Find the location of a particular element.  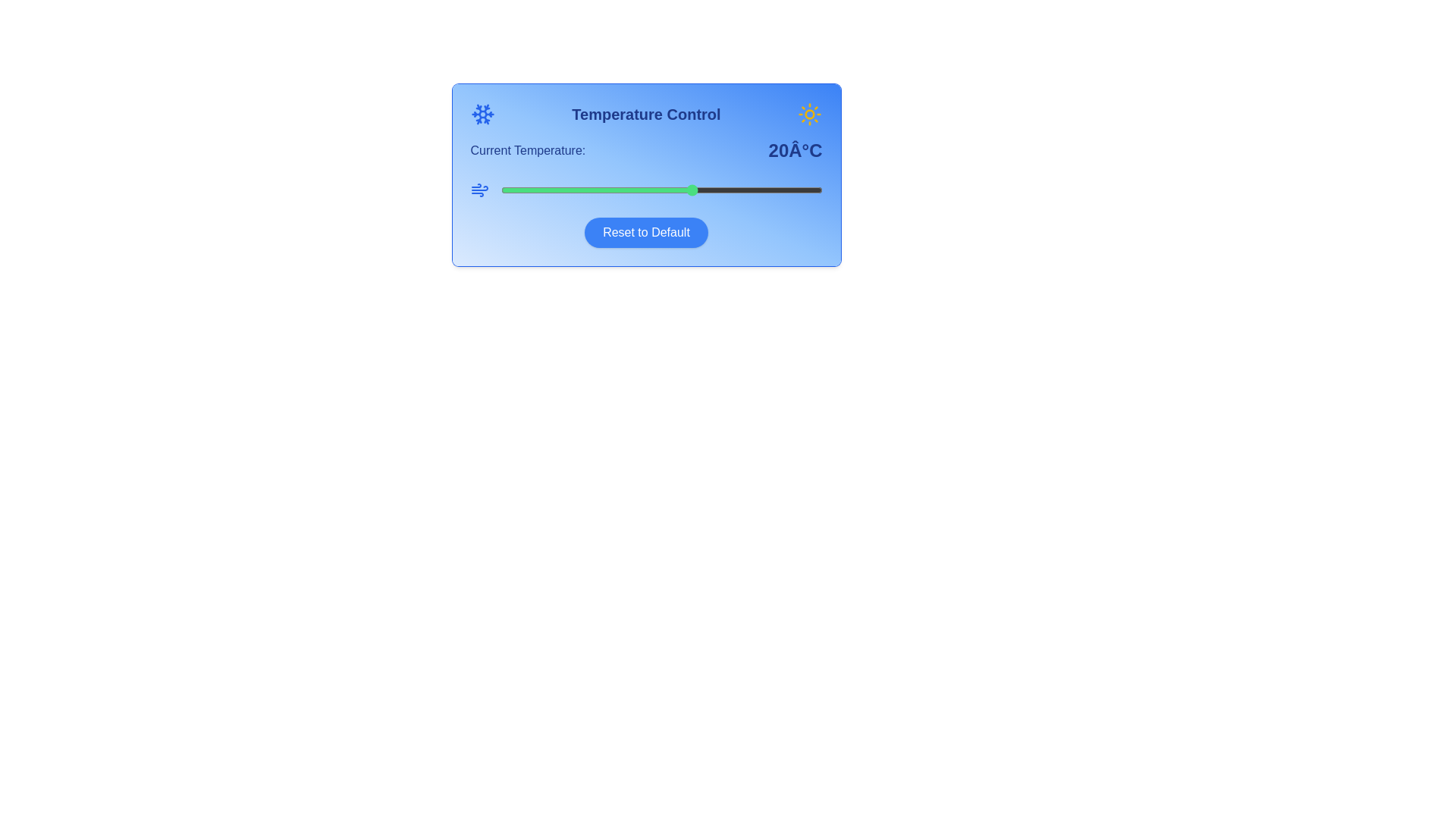

the temperature slider is located at coordinates (745, 189).